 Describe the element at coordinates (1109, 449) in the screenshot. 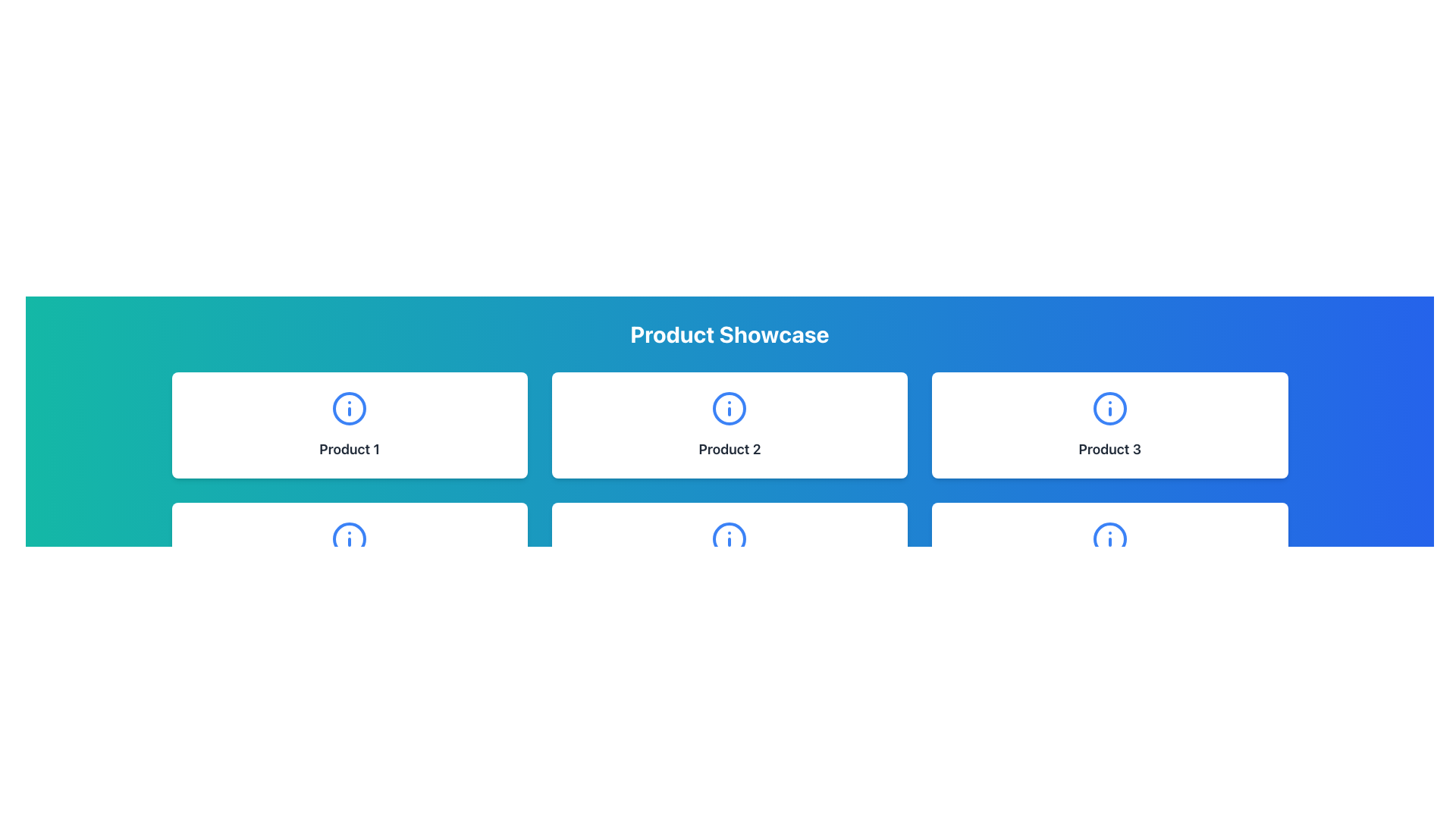

I see `bold text label displaying 'Product 3' located at the bottom center of the white card beneath the circular information icon` at that location.